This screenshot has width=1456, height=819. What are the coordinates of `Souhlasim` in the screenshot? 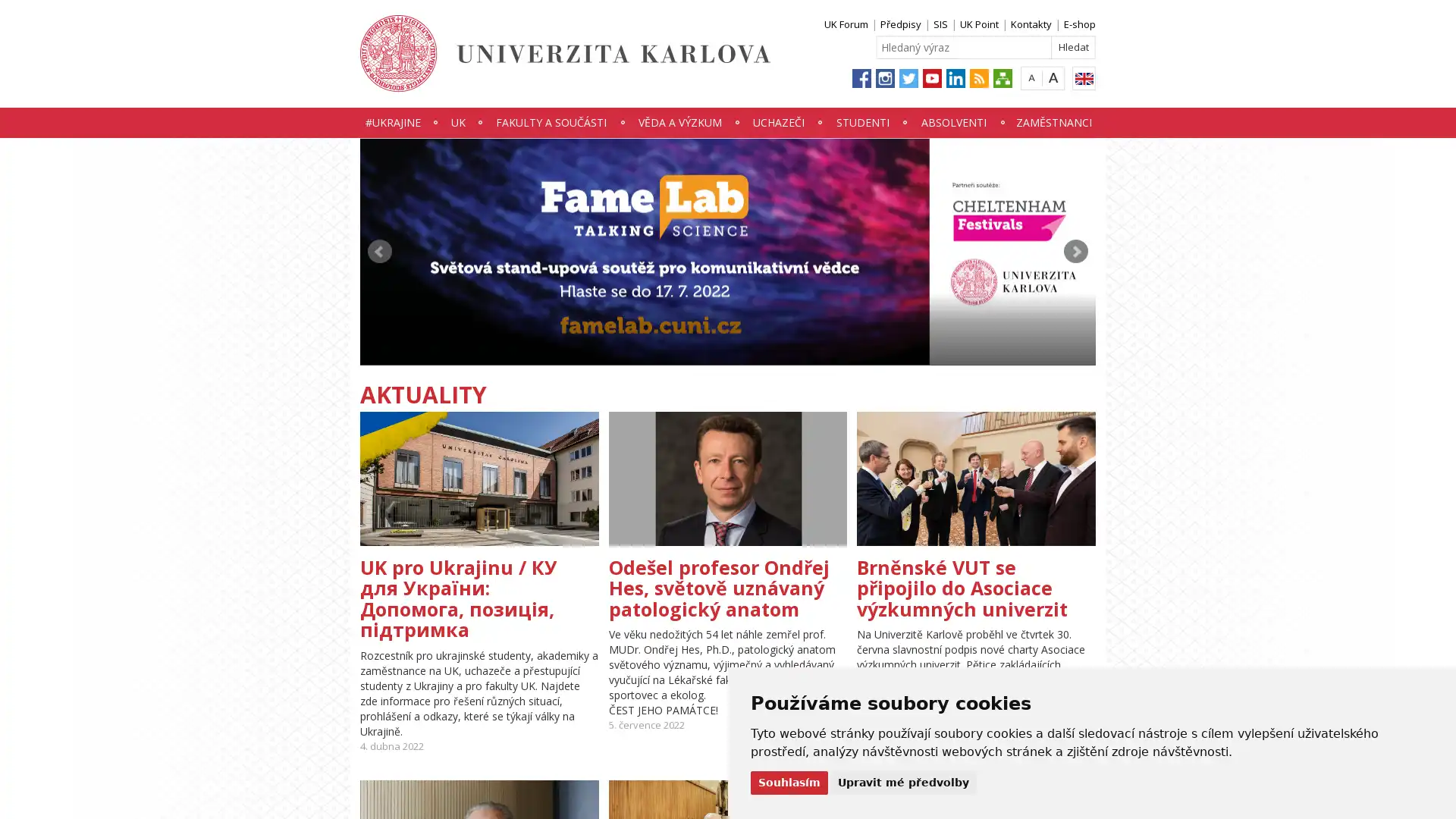 It's located at (789, 782).